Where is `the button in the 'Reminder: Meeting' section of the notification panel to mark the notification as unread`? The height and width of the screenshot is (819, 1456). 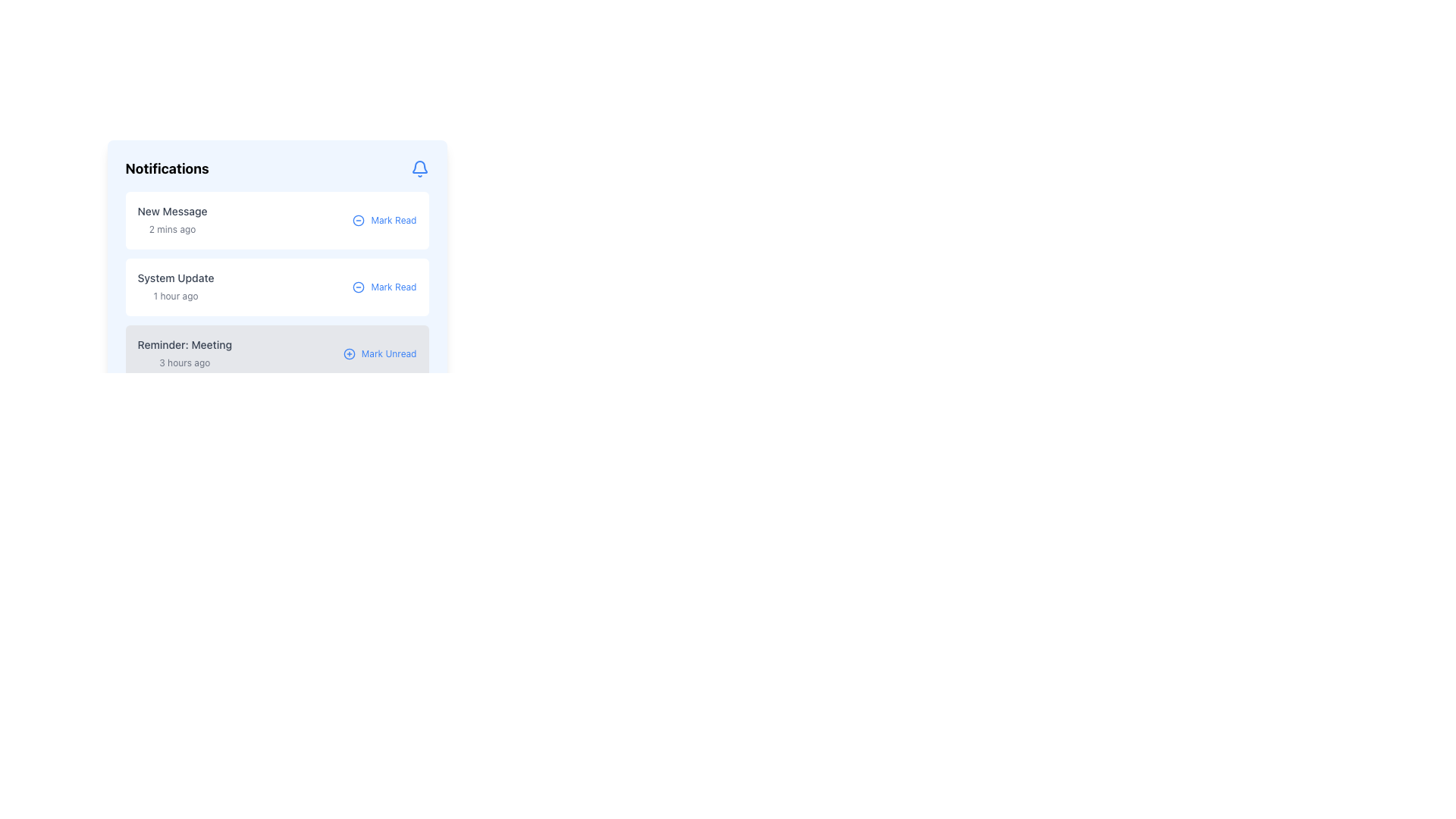 the button in the 'Reminder: Meeting' section of the notification panel to mark the notification as unread is located at coordinates (380, 353).